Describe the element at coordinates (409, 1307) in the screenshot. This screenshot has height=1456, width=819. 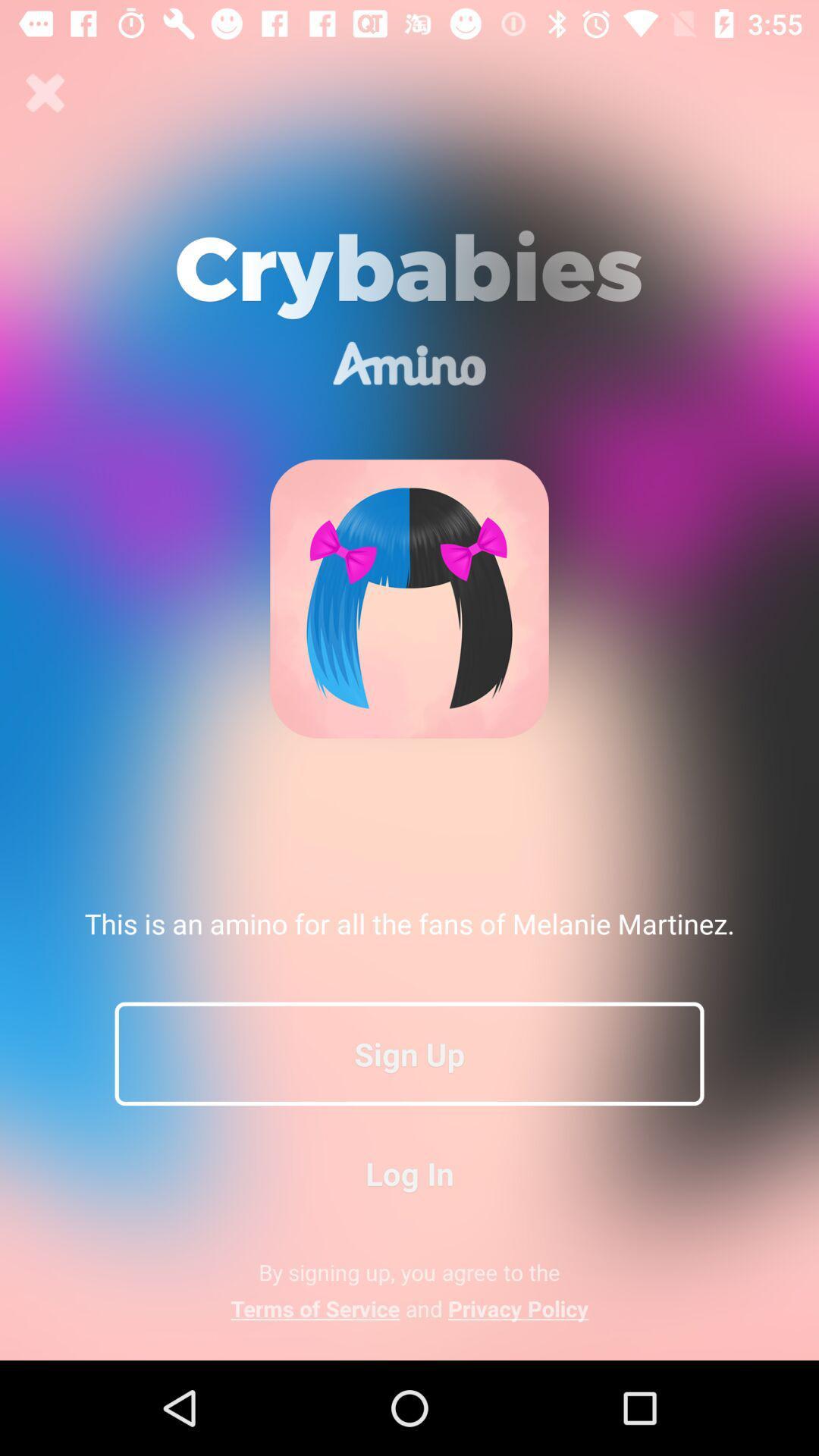
I see `the icon below by signing up app` at that location.